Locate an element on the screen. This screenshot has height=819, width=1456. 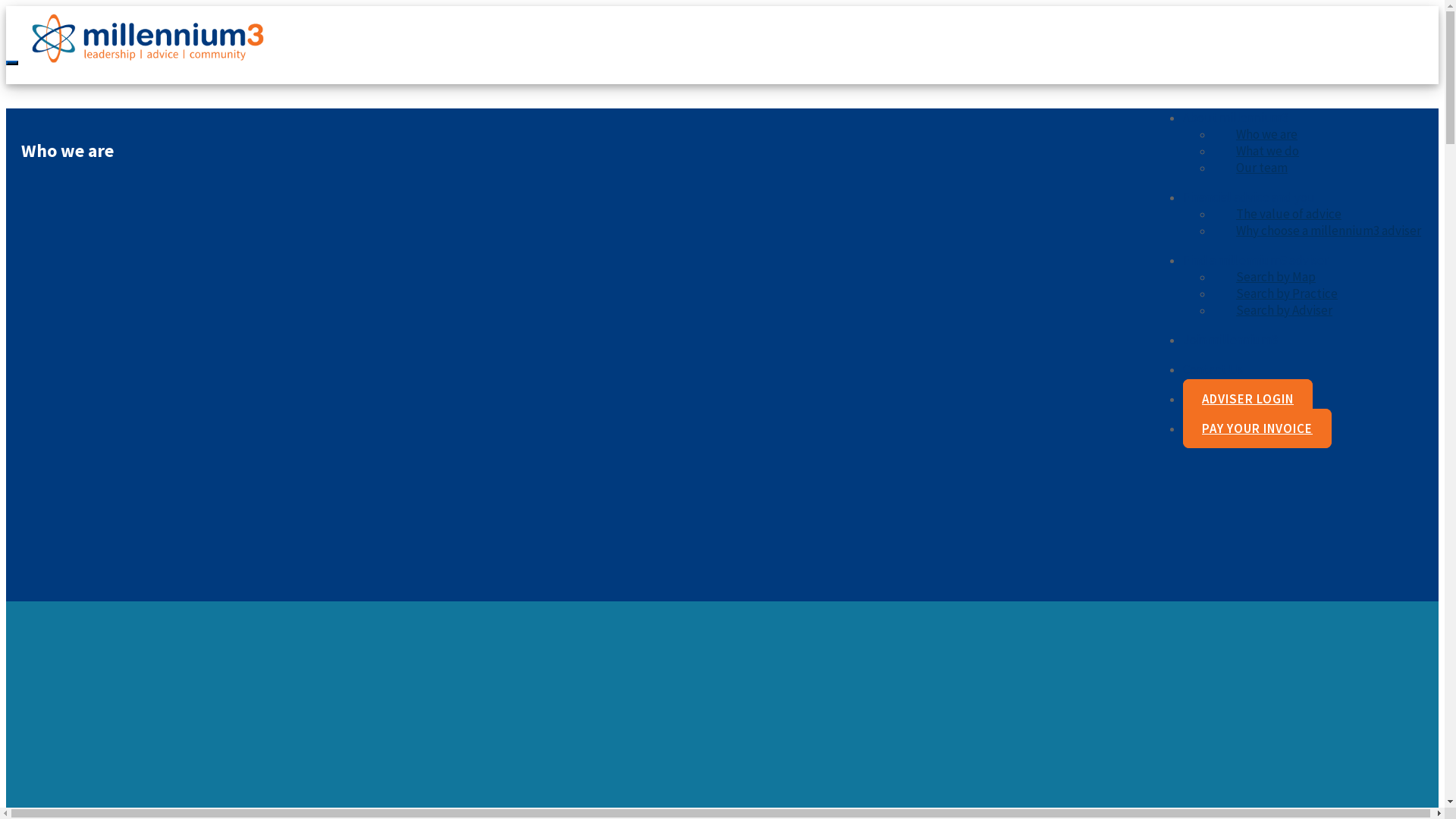
'Search by Practice' is located at coordinates (1286, 293).